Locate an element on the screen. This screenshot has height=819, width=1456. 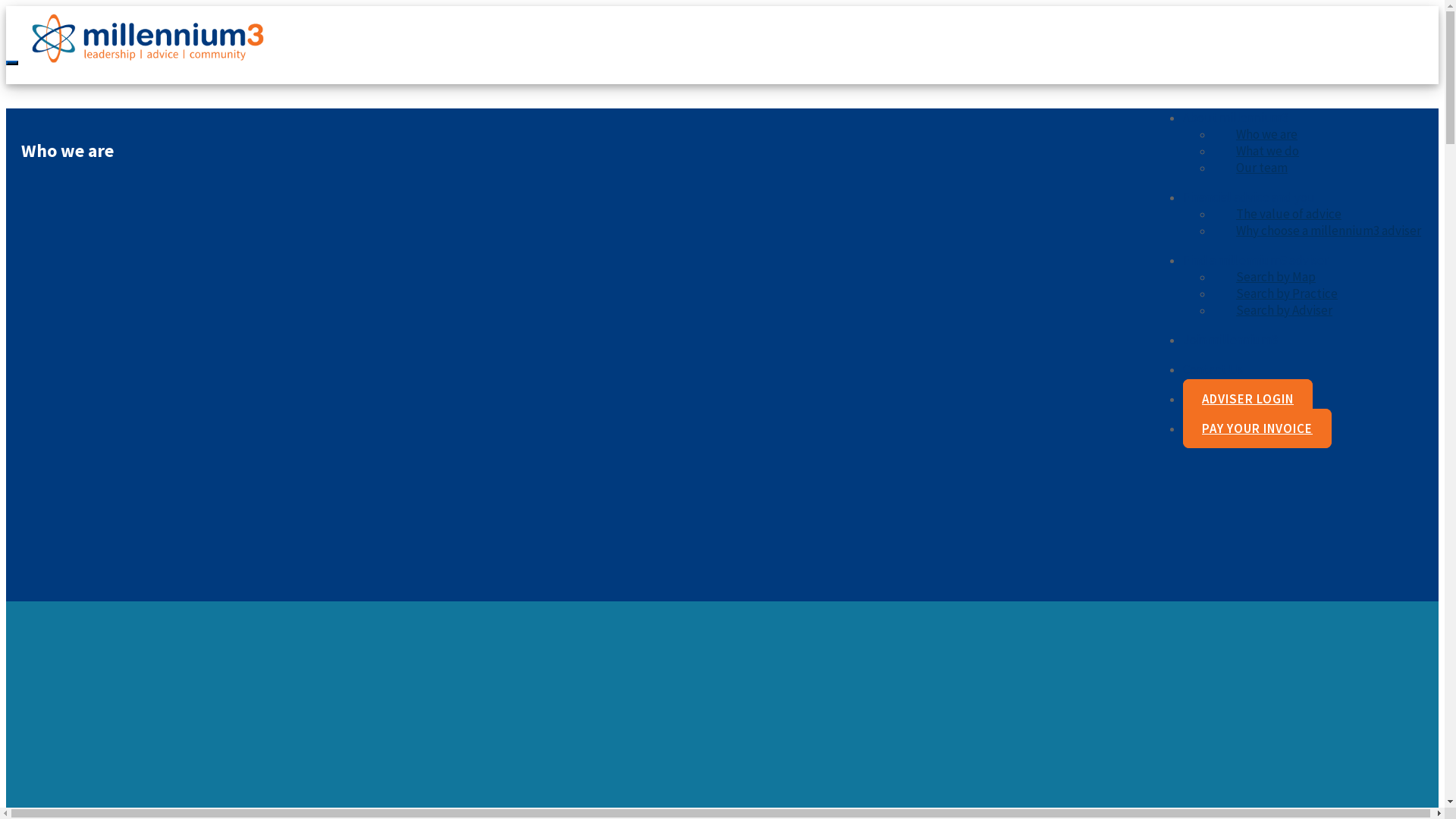
'Search by Practice' is located at coordinates (1286, 293).